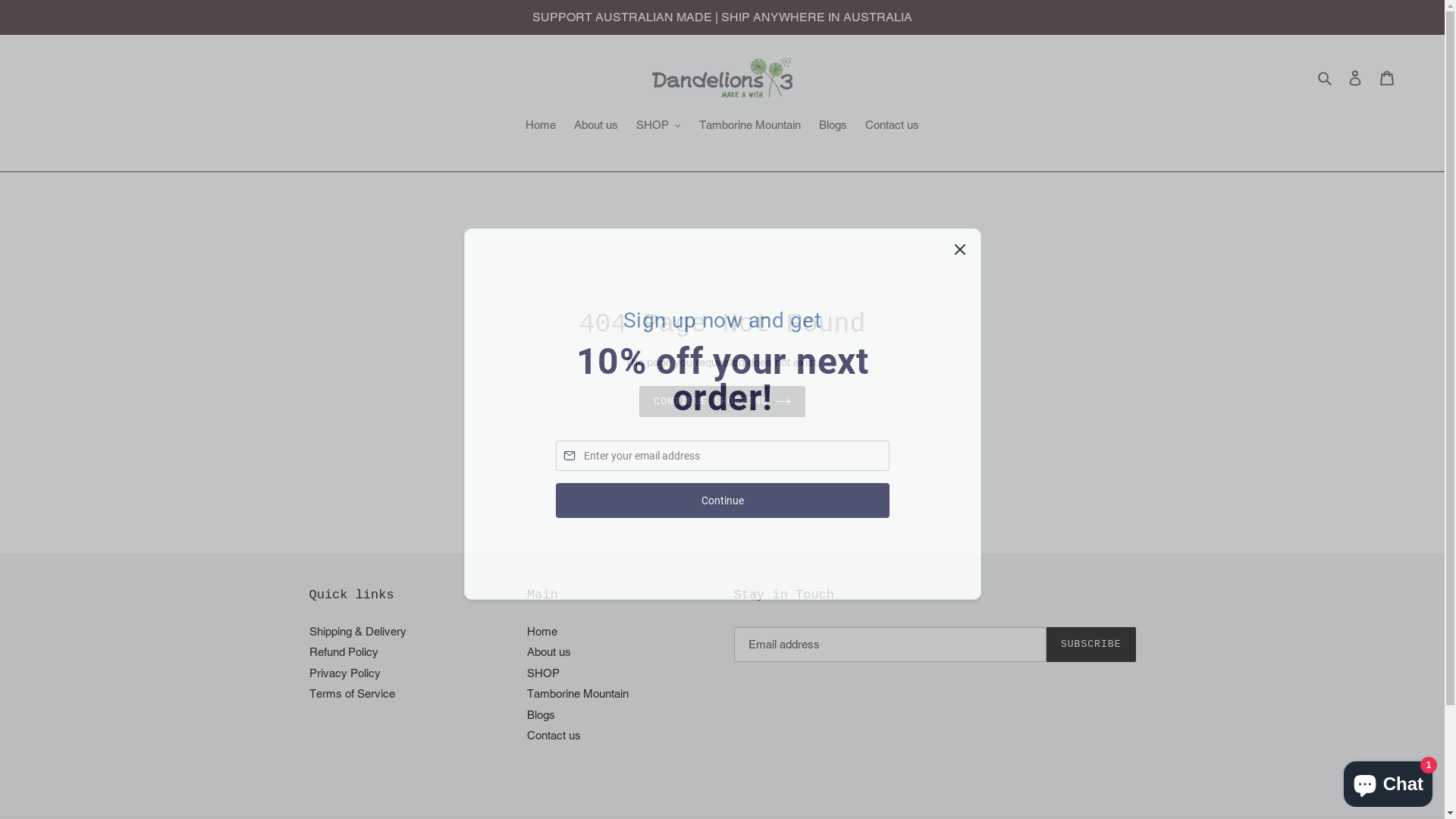  I want to click on 'Log in', so click(1354, 77).